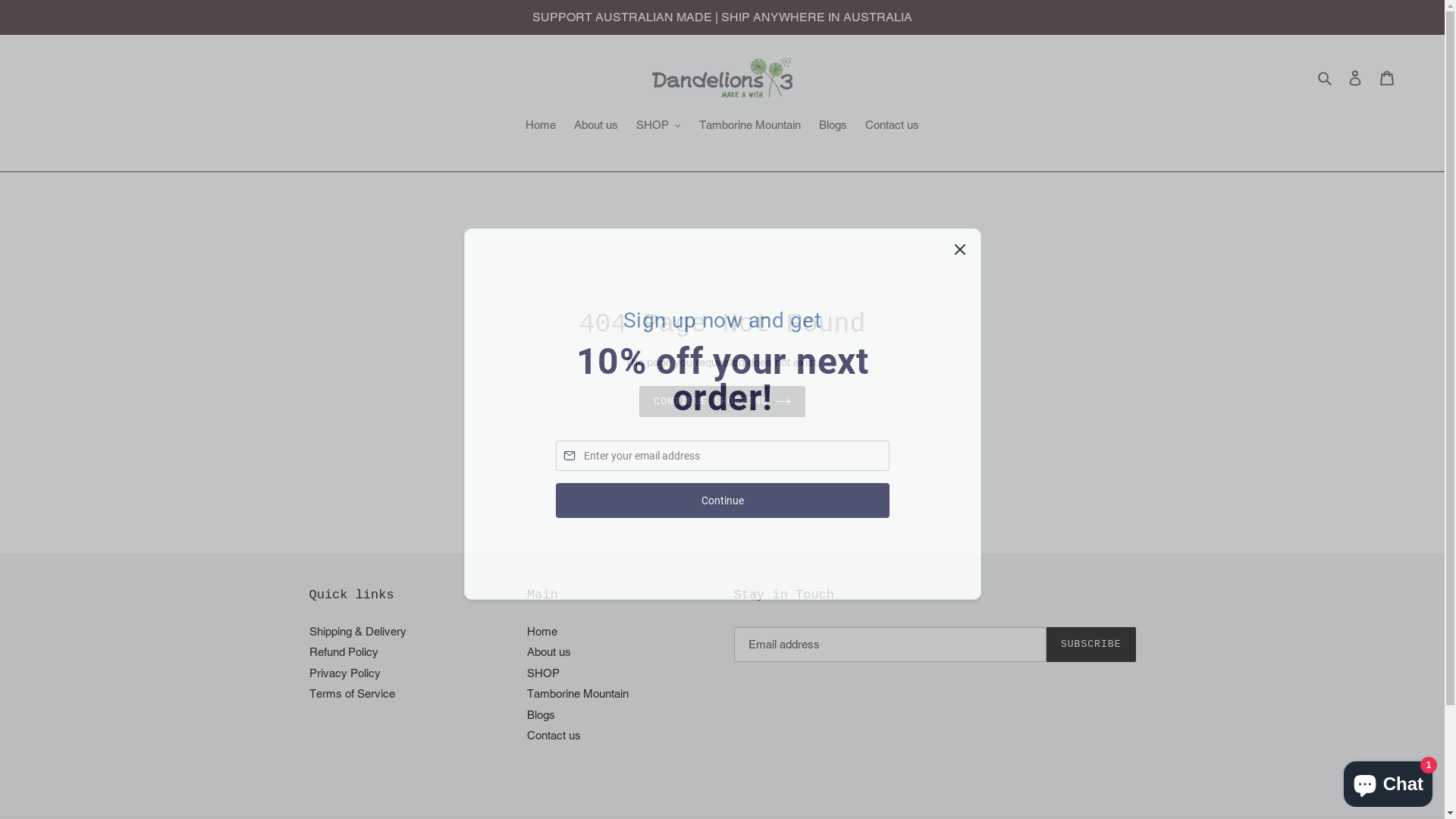  I want to click on 'Log in', so click(1354, 77).